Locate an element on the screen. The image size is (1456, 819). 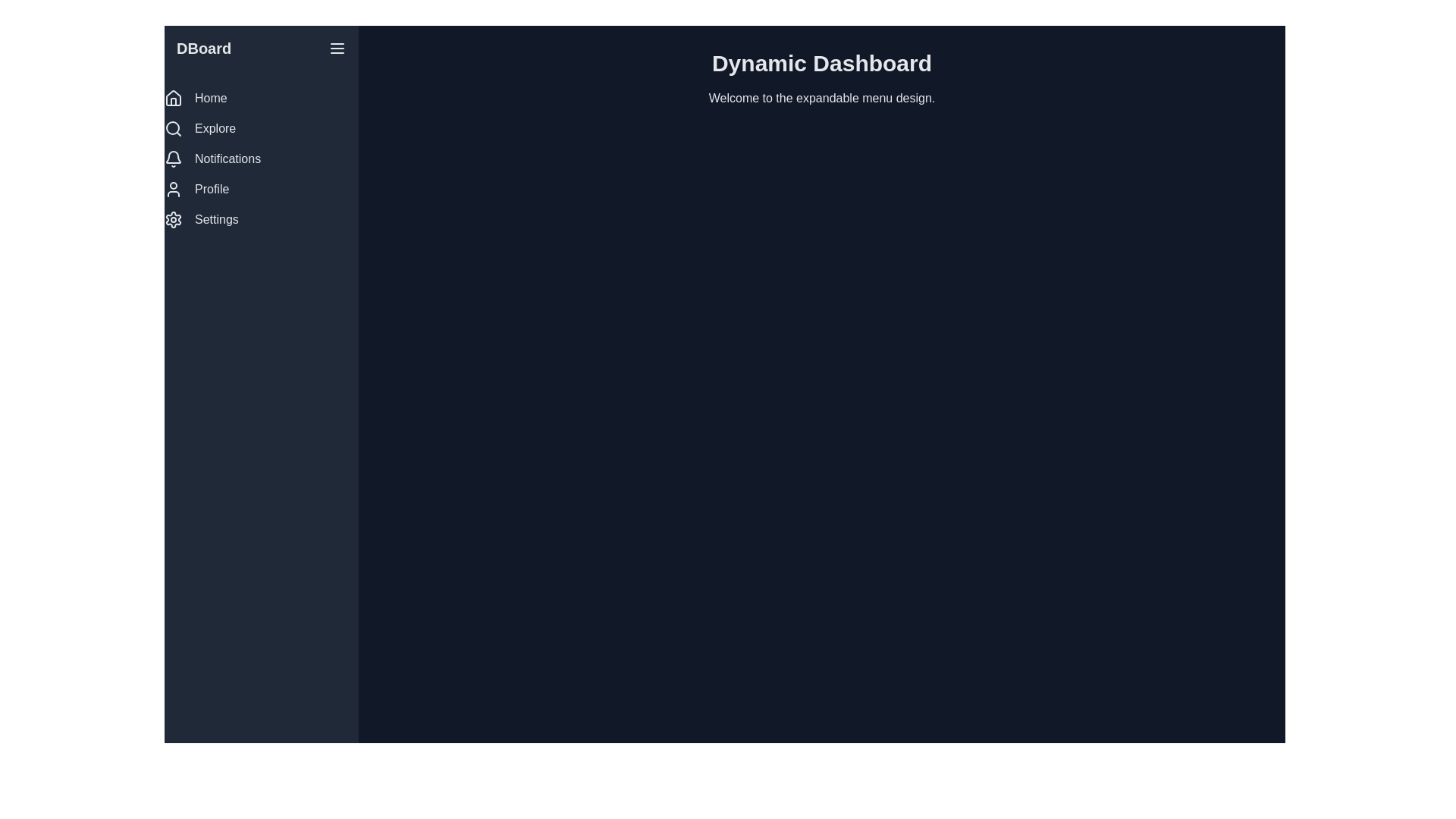
the 'Home' icon located at the top of the sidebar menu, which serves as a link to the home dashboard is located at coordinates (174, 97).